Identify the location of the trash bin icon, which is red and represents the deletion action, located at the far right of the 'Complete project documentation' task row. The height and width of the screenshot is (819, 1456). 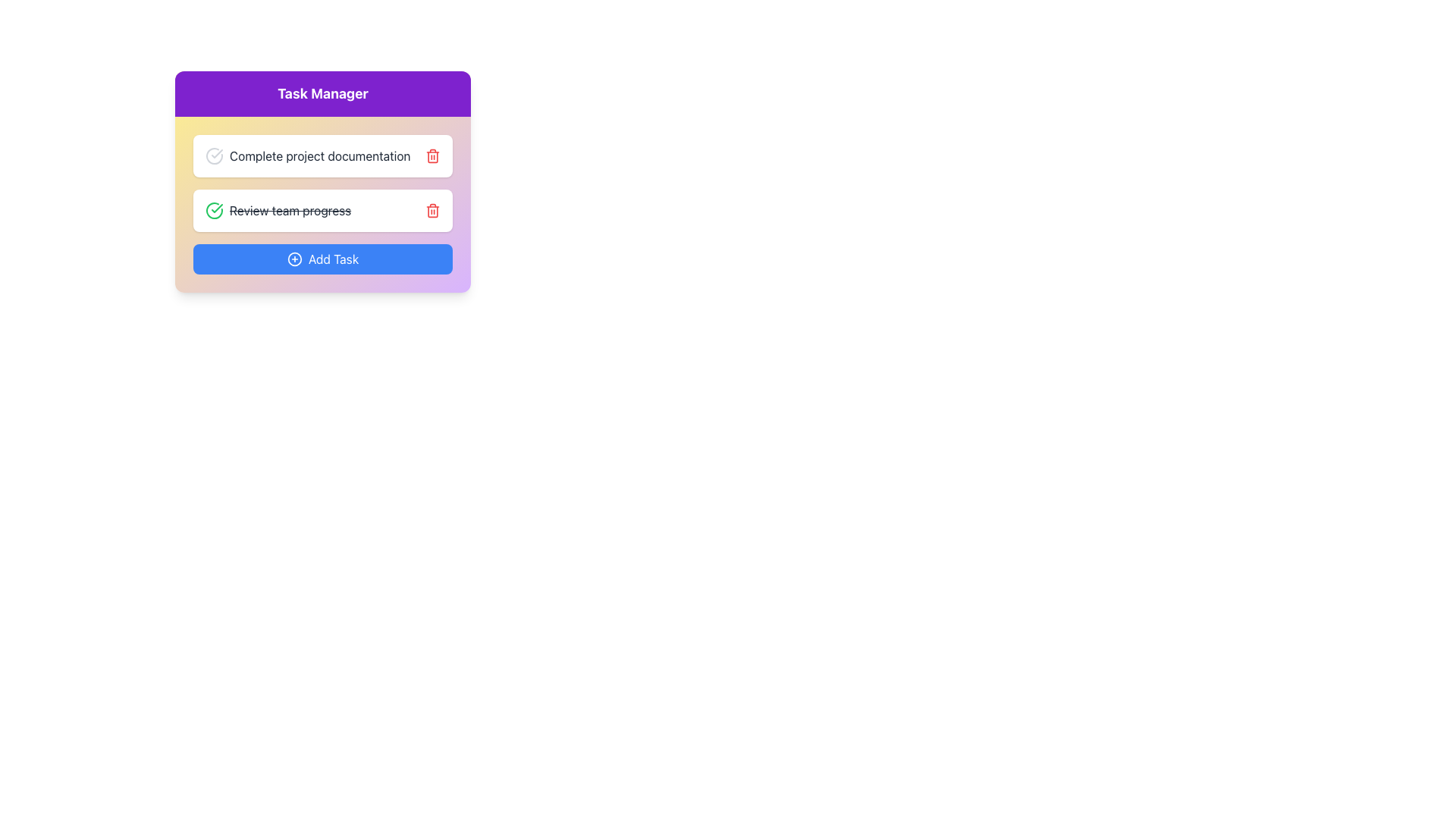
(432, 155).